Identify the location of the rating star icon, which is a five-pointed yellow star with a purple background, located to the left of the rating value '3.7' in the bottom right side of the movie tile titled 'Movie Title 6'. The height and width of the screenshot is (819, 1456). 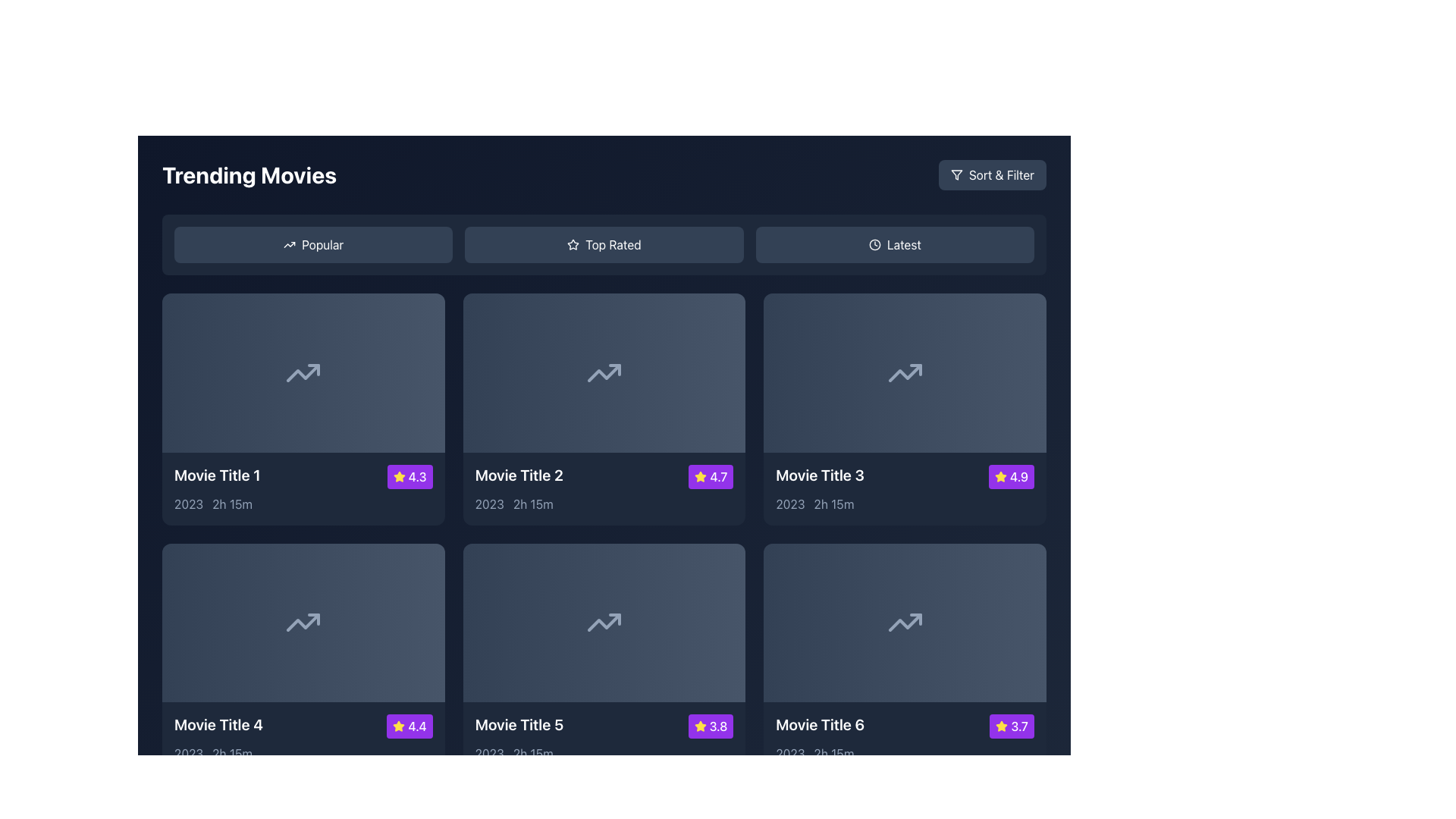
(1002, 726).